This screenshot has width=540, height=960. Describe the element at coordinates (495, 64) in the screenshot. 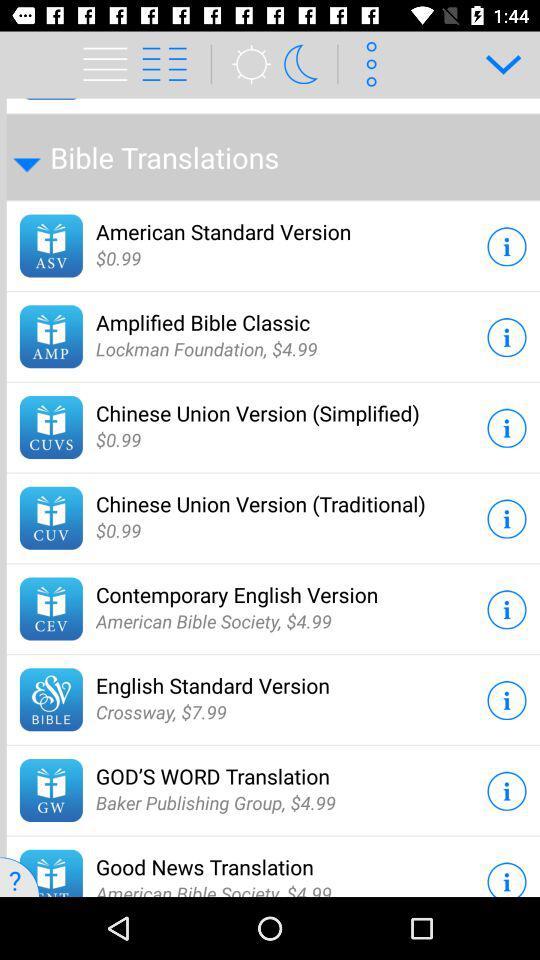

I see `the expand_more icon` at that location.